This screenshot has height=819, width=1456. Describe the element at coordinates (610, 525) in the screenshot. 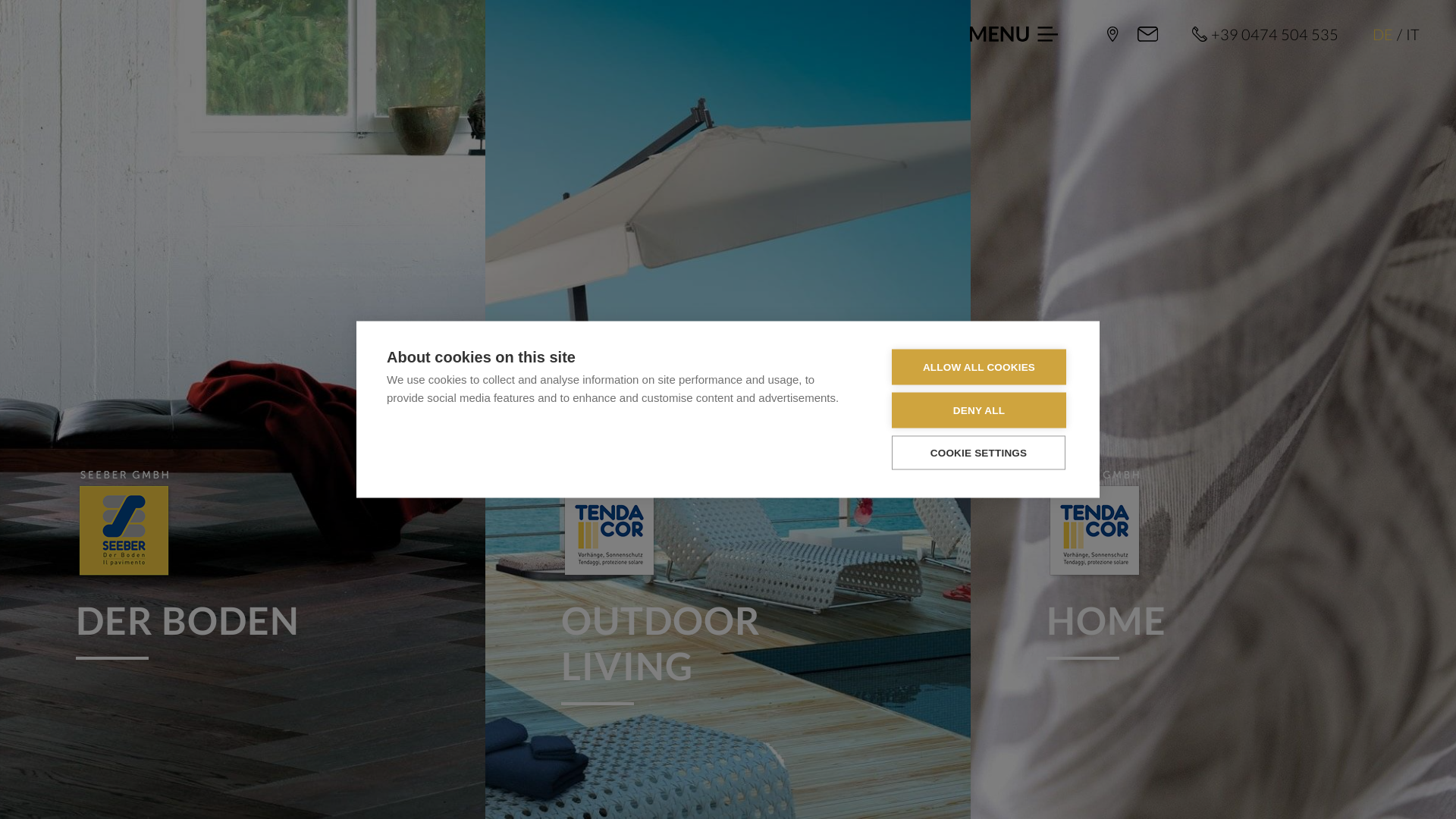

I see `'Outdoor Living'` at that location.